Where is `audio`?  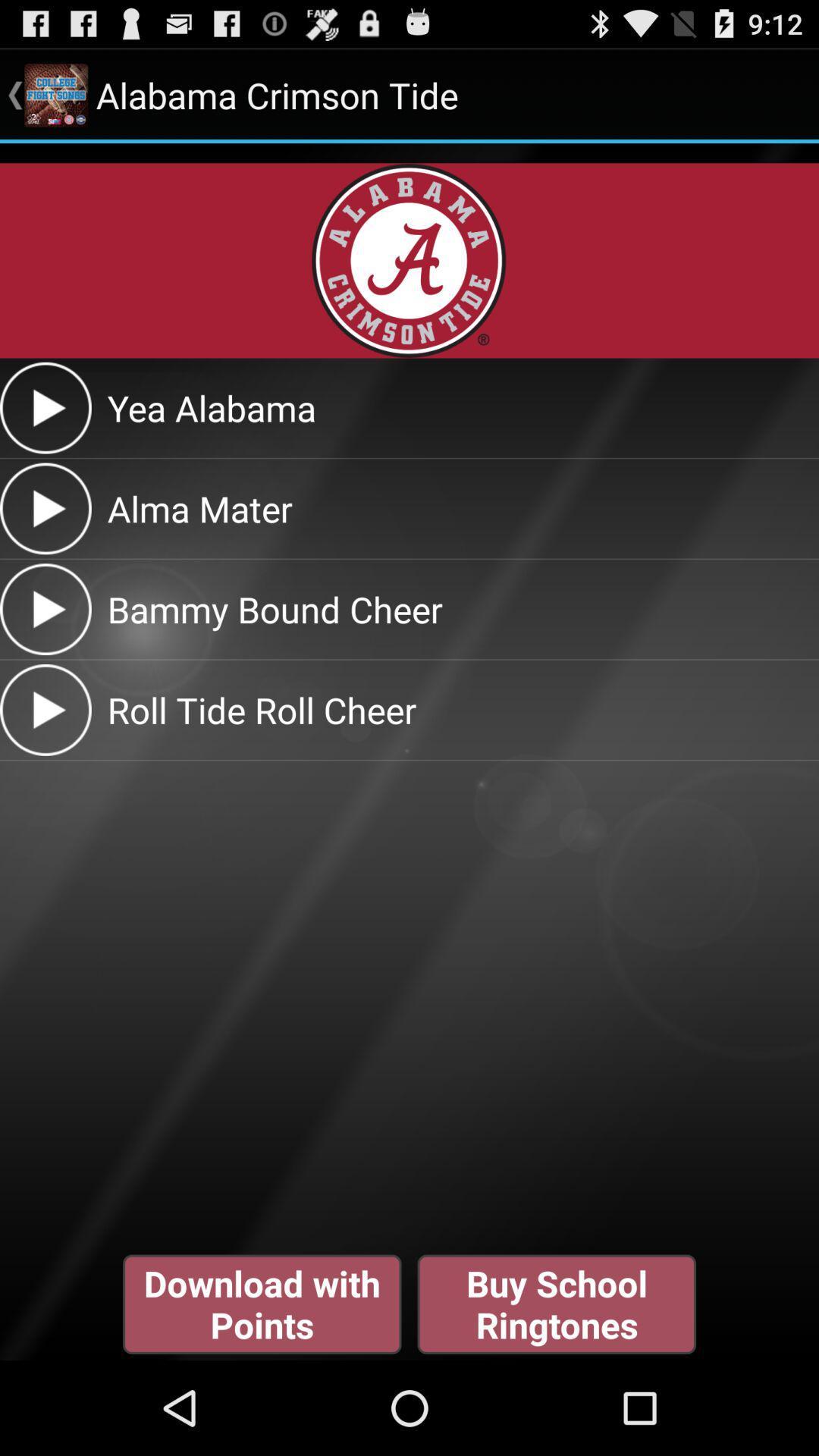 audio is located at coordinates (45, 408).